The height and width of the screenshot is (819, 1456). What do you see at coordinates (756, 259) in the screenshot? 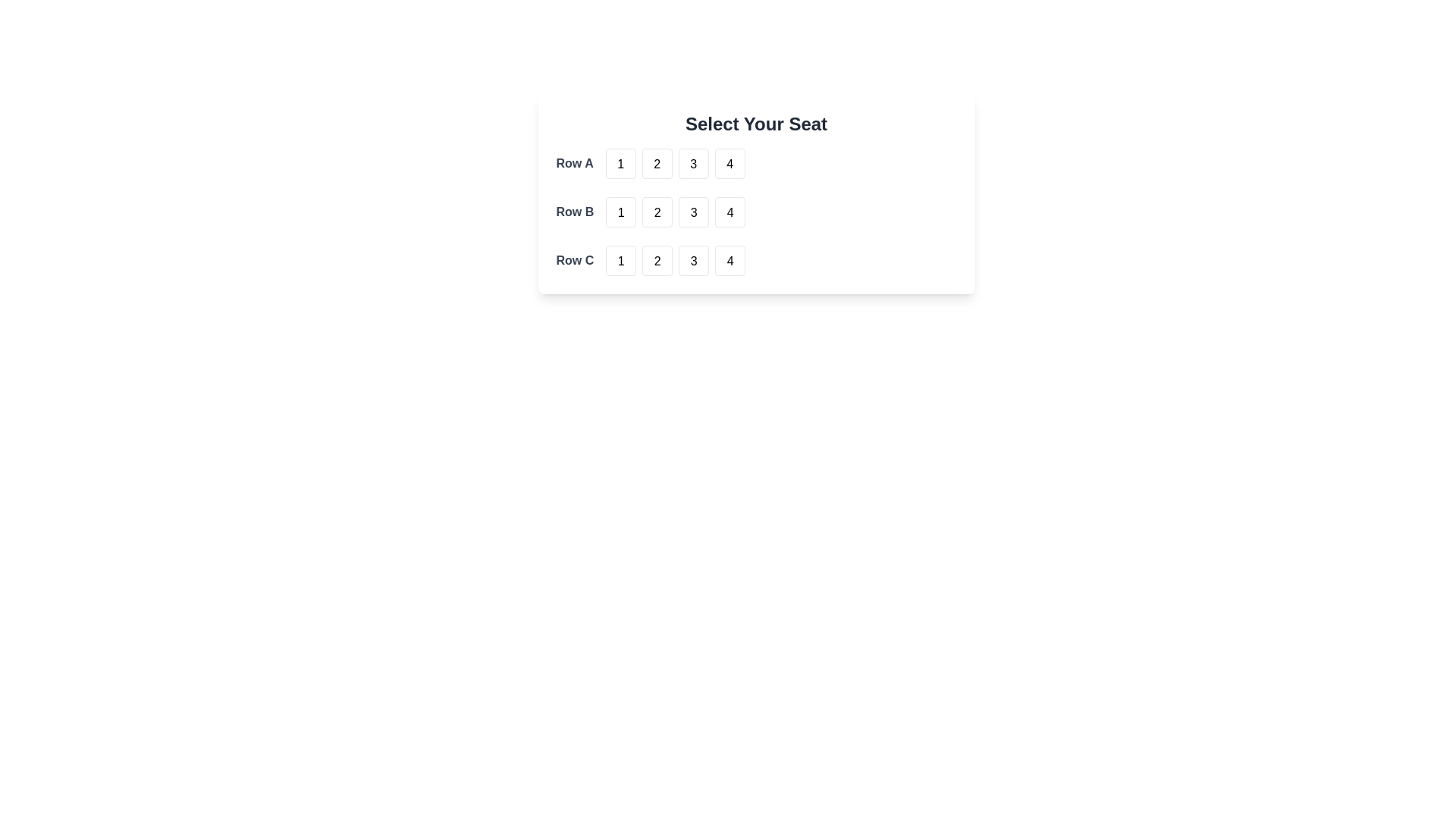
I see `one of the buttons in 'Row C', which contains buttons numbered 1 to 4, located centrally in the interface` at bounding box center [756, 259].